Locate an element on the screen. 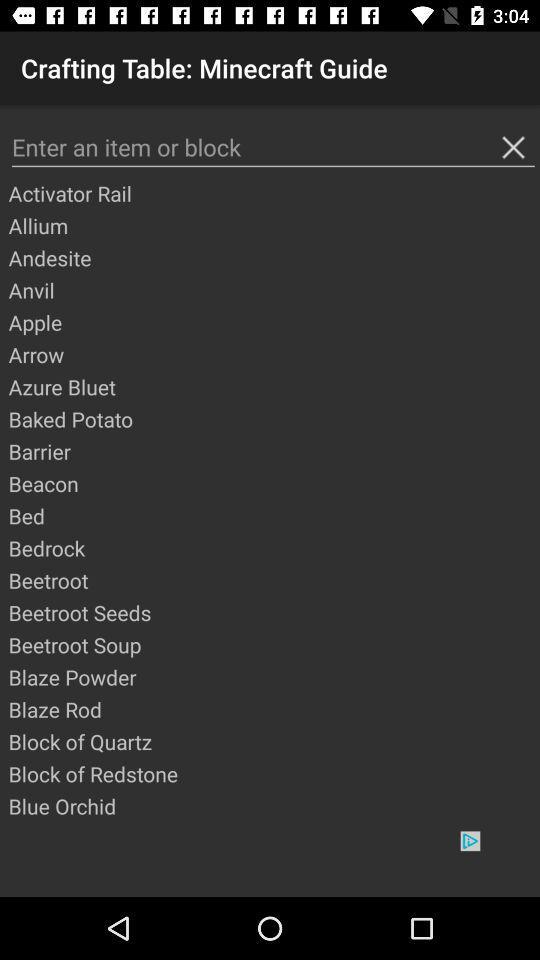  activator rail app is located at coordinates (272, 193).